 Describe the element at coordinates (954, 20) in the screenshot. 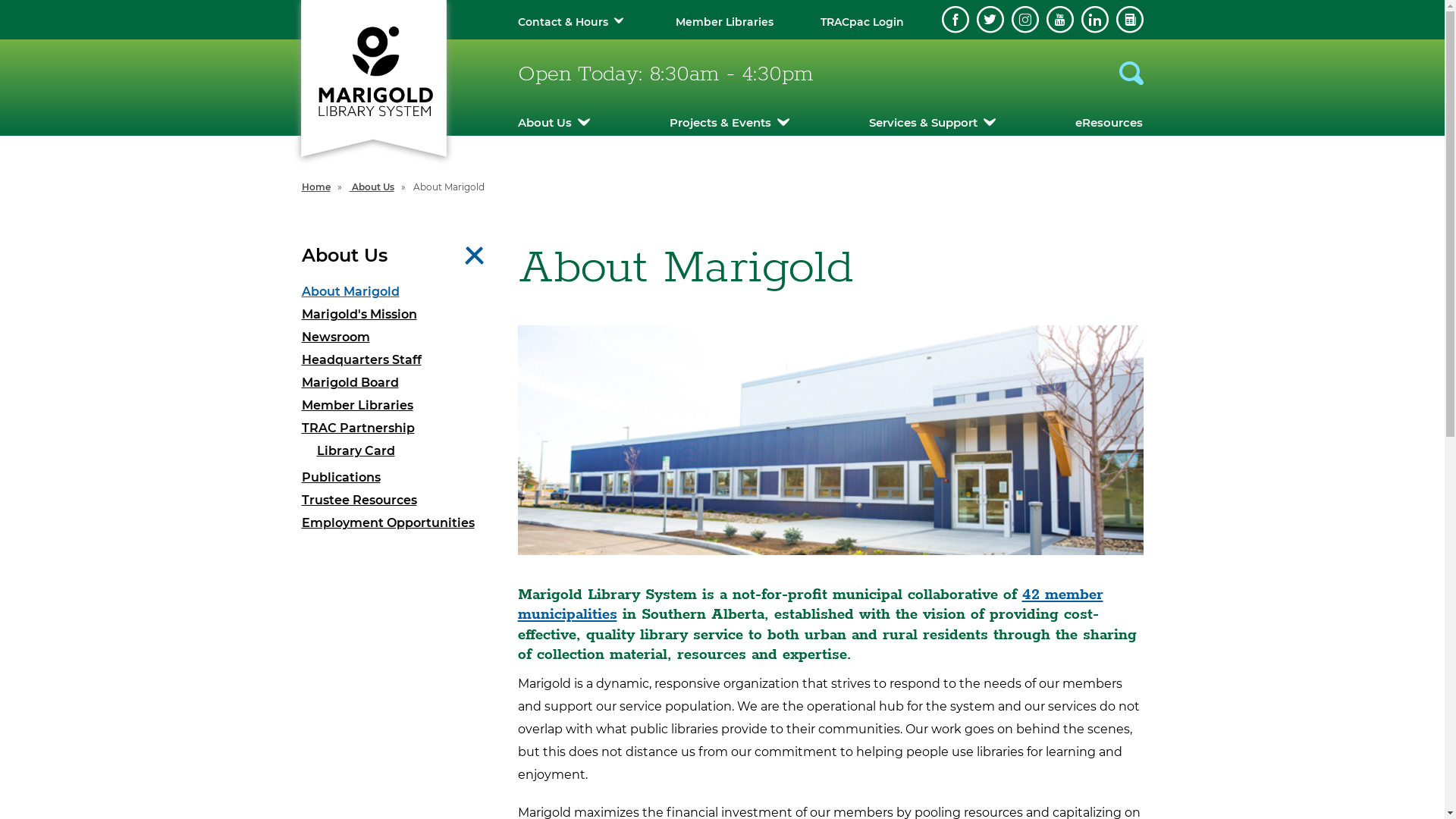

I see `'Facebook'` at that location.